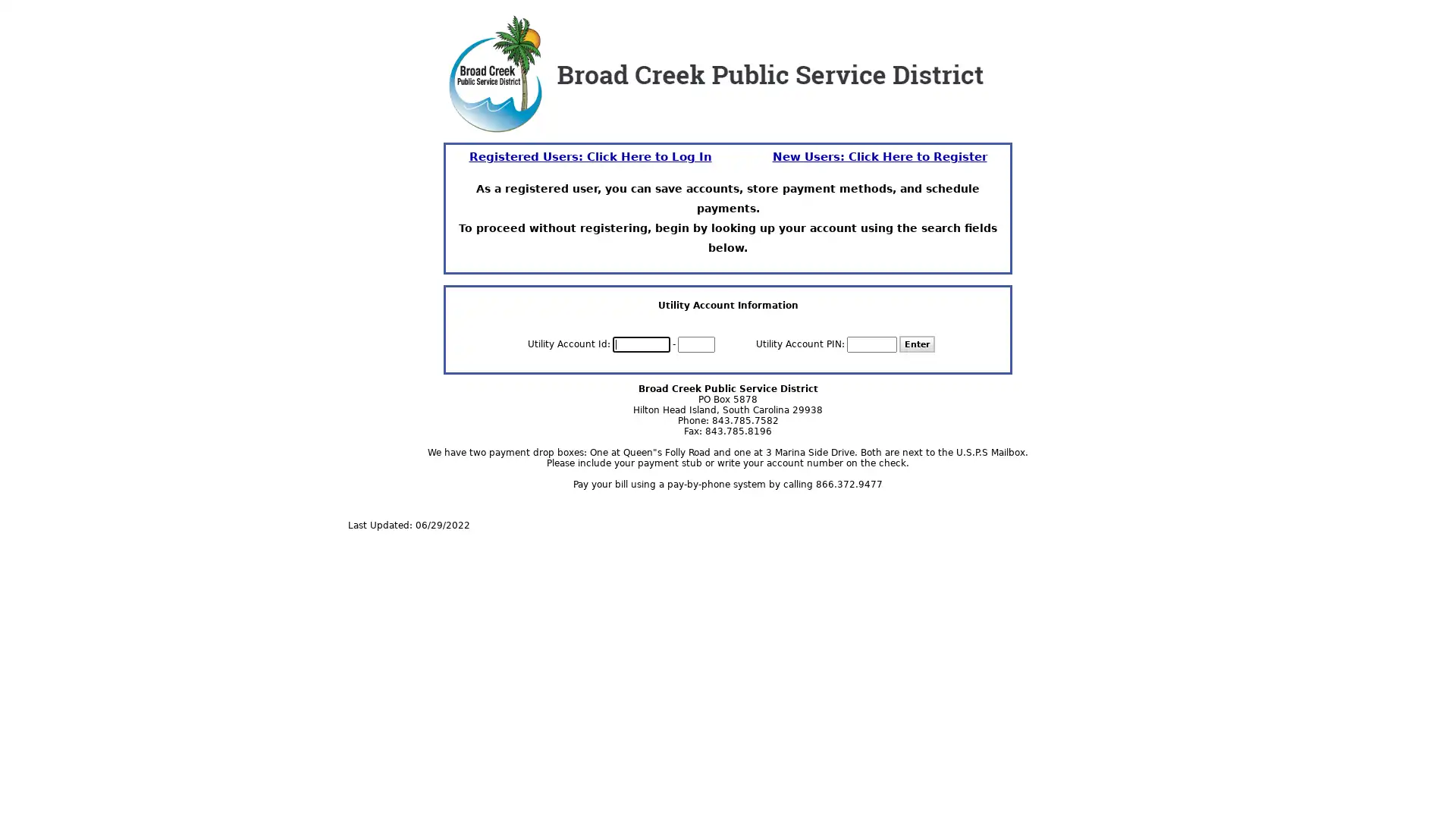 This screenshot has width=1456, height=819. What do you see at coordinates (916, 344) in the screenshot?
I see `Enter` at bounding box center [916, 344].